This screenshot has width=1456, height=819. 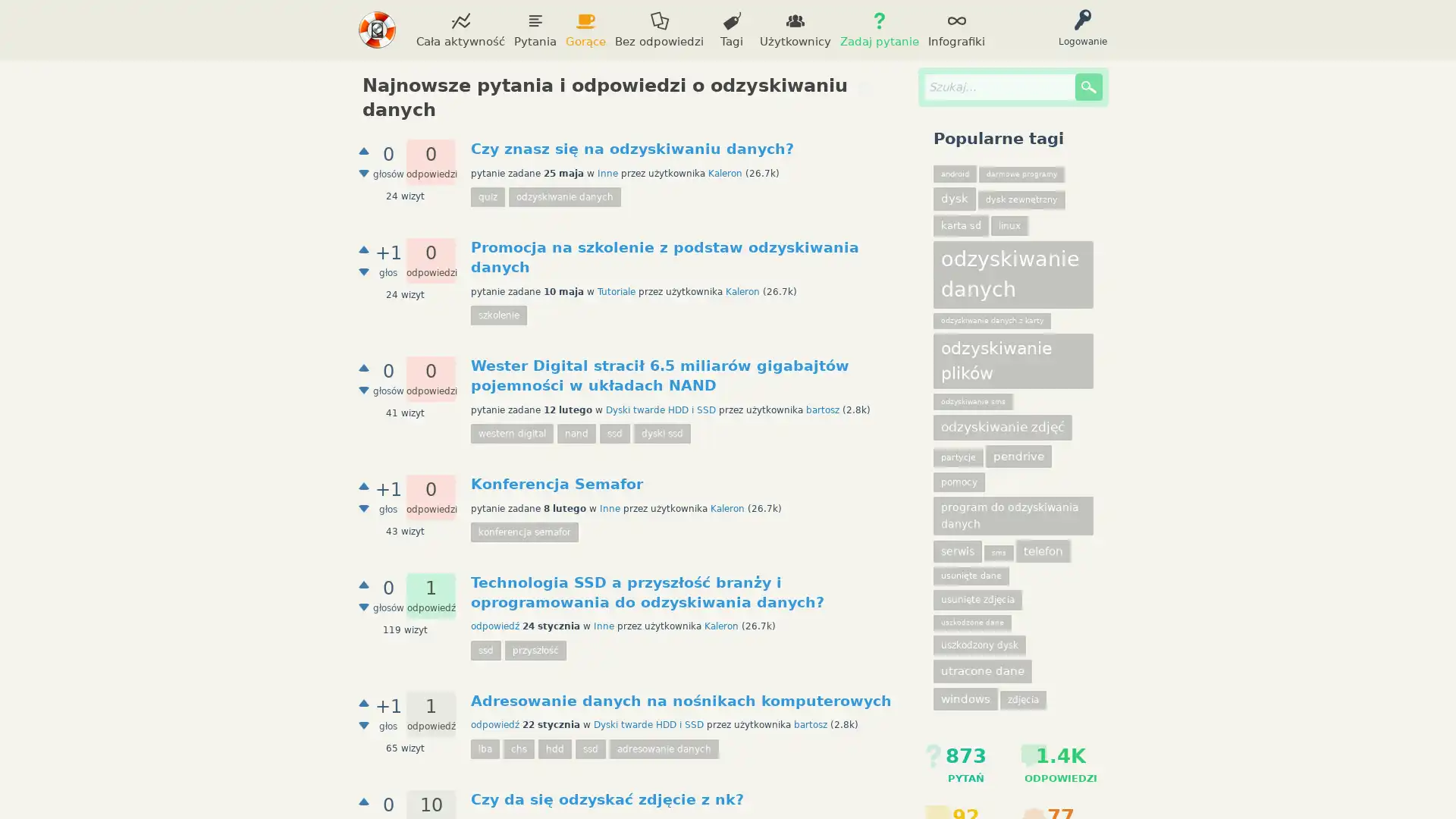 What do you see at coordinates (364, 151) in the screenshot?
I see `+` at bounding box center [364, 151].